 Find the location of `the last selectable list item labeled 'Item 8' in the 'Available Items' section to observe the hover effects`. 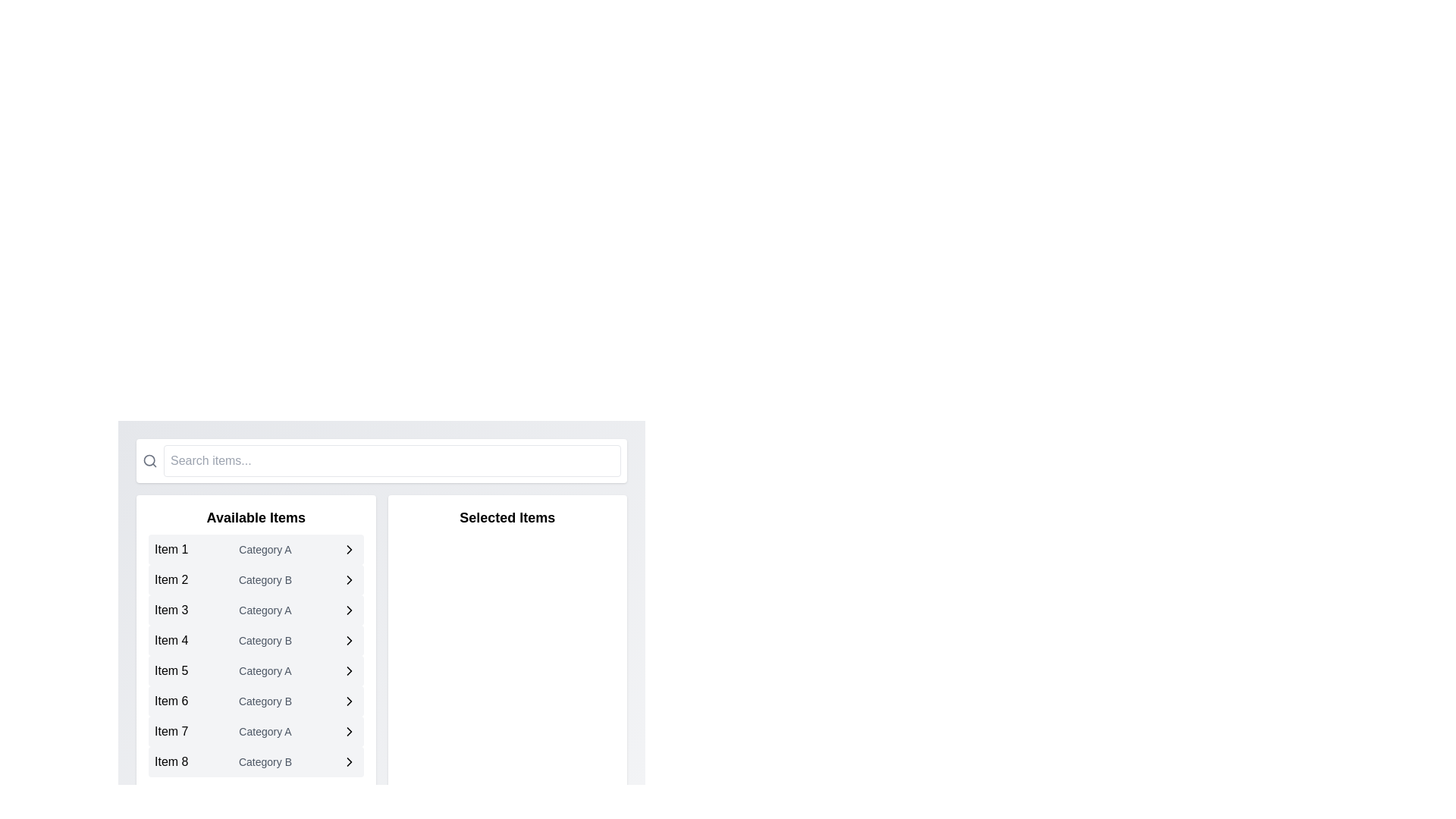

the last selectable list item labeled 'Item 8' in the 'Available Items' section to observe the hover effects is located at coordinates (256, 762).